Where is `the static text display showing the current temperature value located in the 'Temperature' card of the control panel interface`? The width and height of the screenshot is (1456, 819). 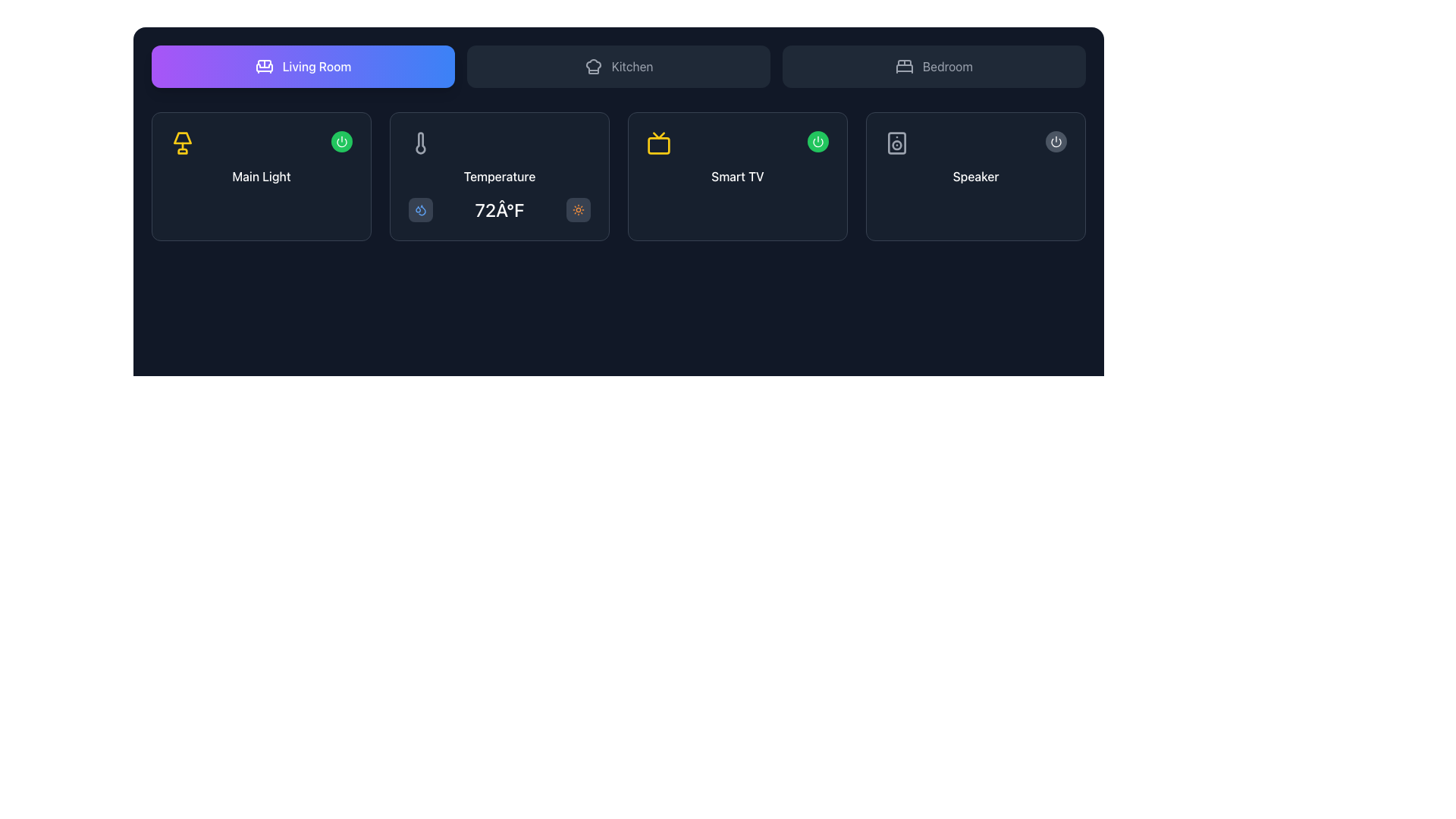 the static text display showing the current temperature value located in the 'Temperature' card of the control panel interface is located at coordinates (499, 210).